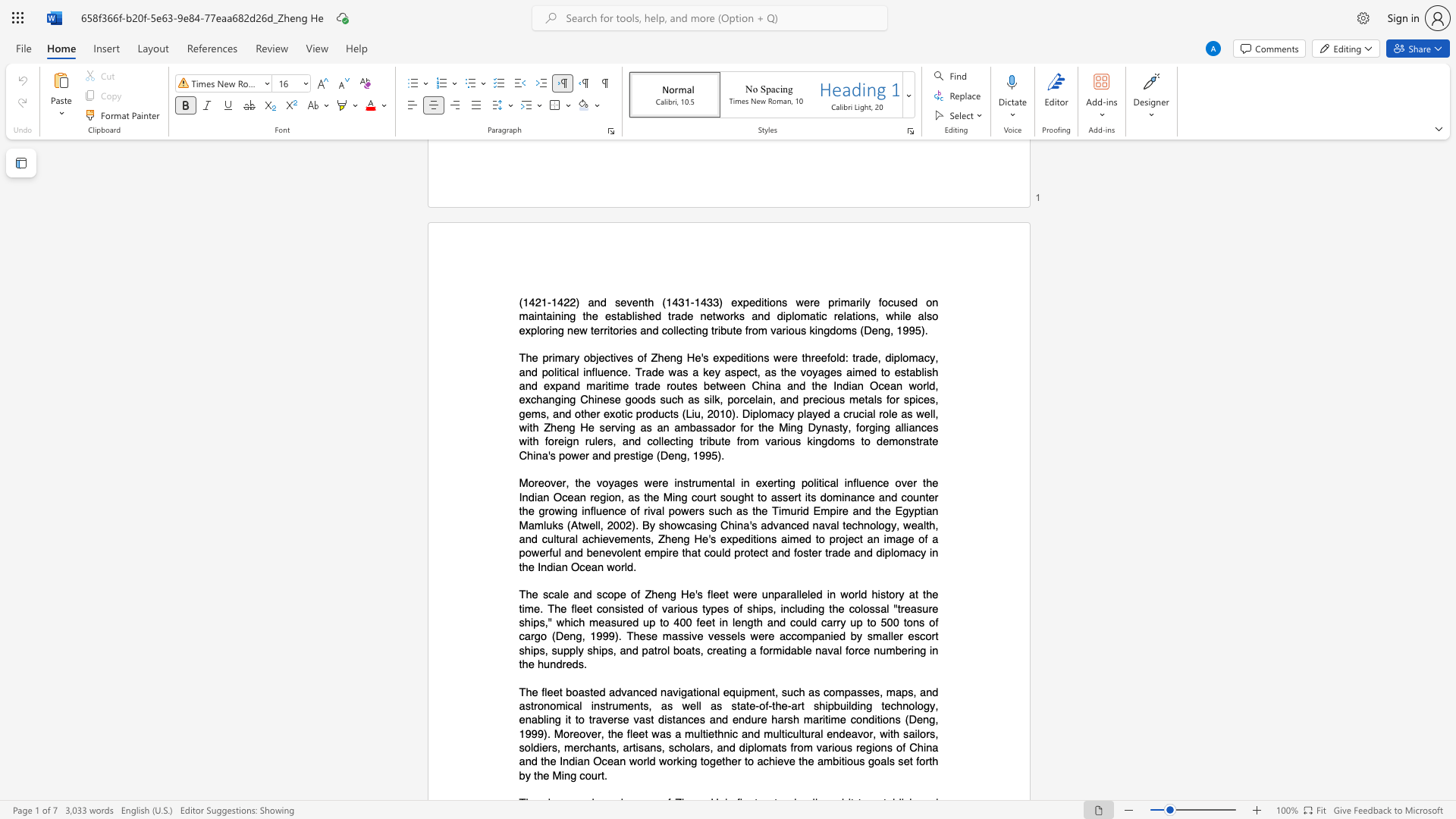  What do you see at coordinates (832, 649) in the screenshot?
I see `the subset text "al force numbering in the hund" within the text "of ships, including the colossal"` at bounding box center [832, 649].